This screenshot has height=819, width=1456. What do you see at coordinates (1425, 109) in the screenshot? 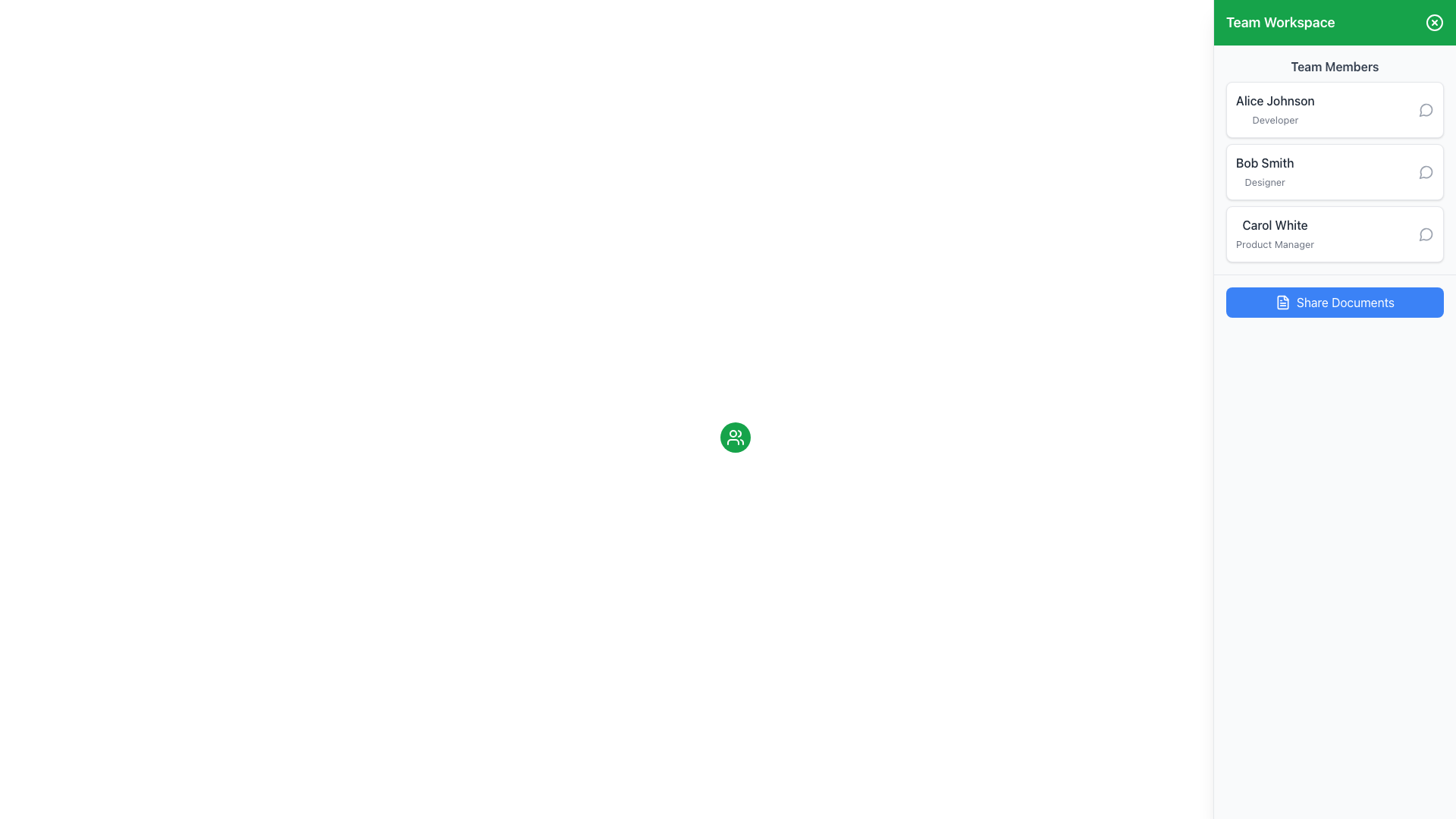
I see `the interactive chat icon for 'Alice Johnson' located on the far right side of her entry in the 'Team Members' section to initiate a chat` at bounding box center [1425, 109].